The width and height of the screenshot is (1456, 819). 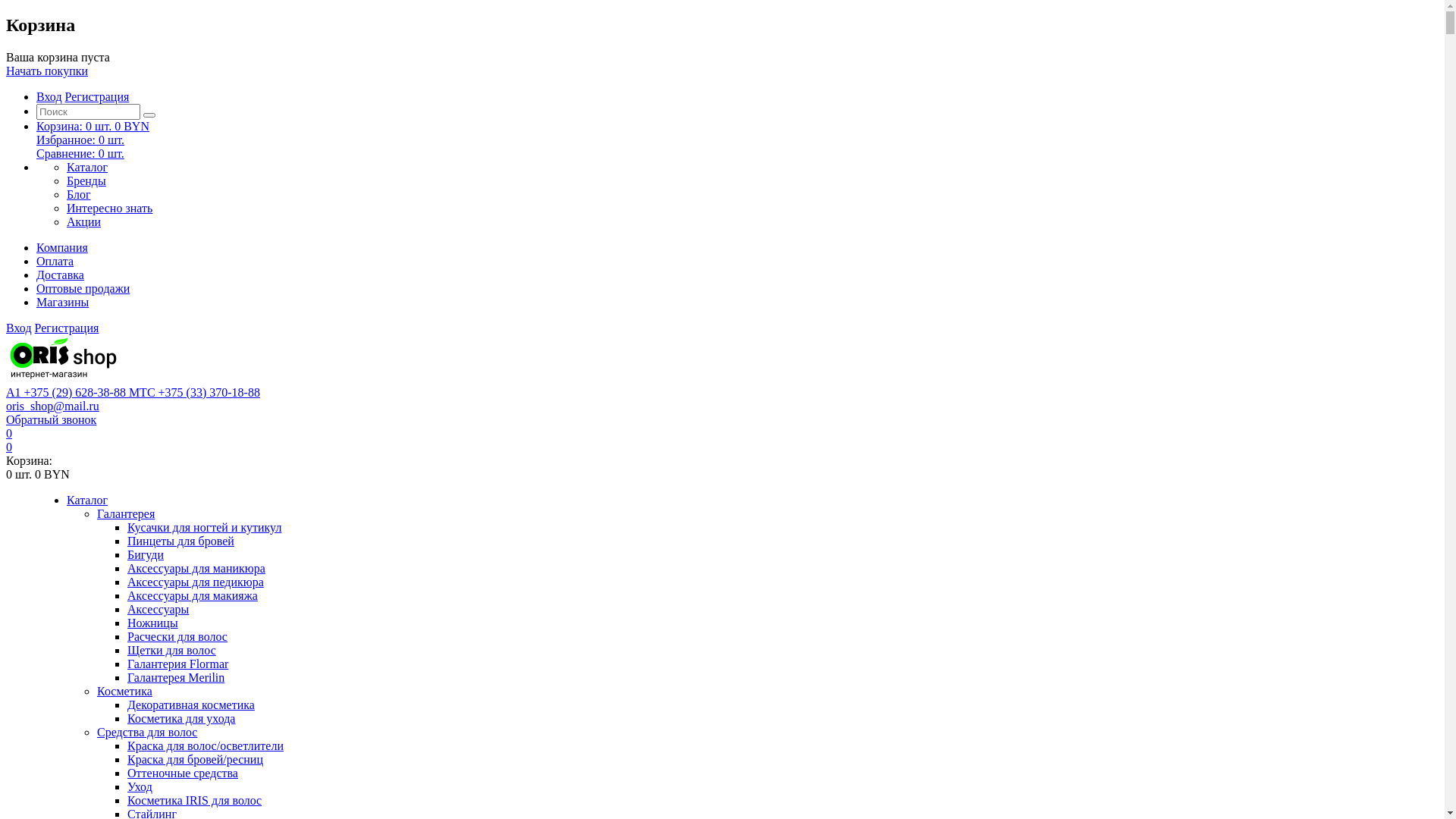 I want to click on '0', so click(x=9, y=446).